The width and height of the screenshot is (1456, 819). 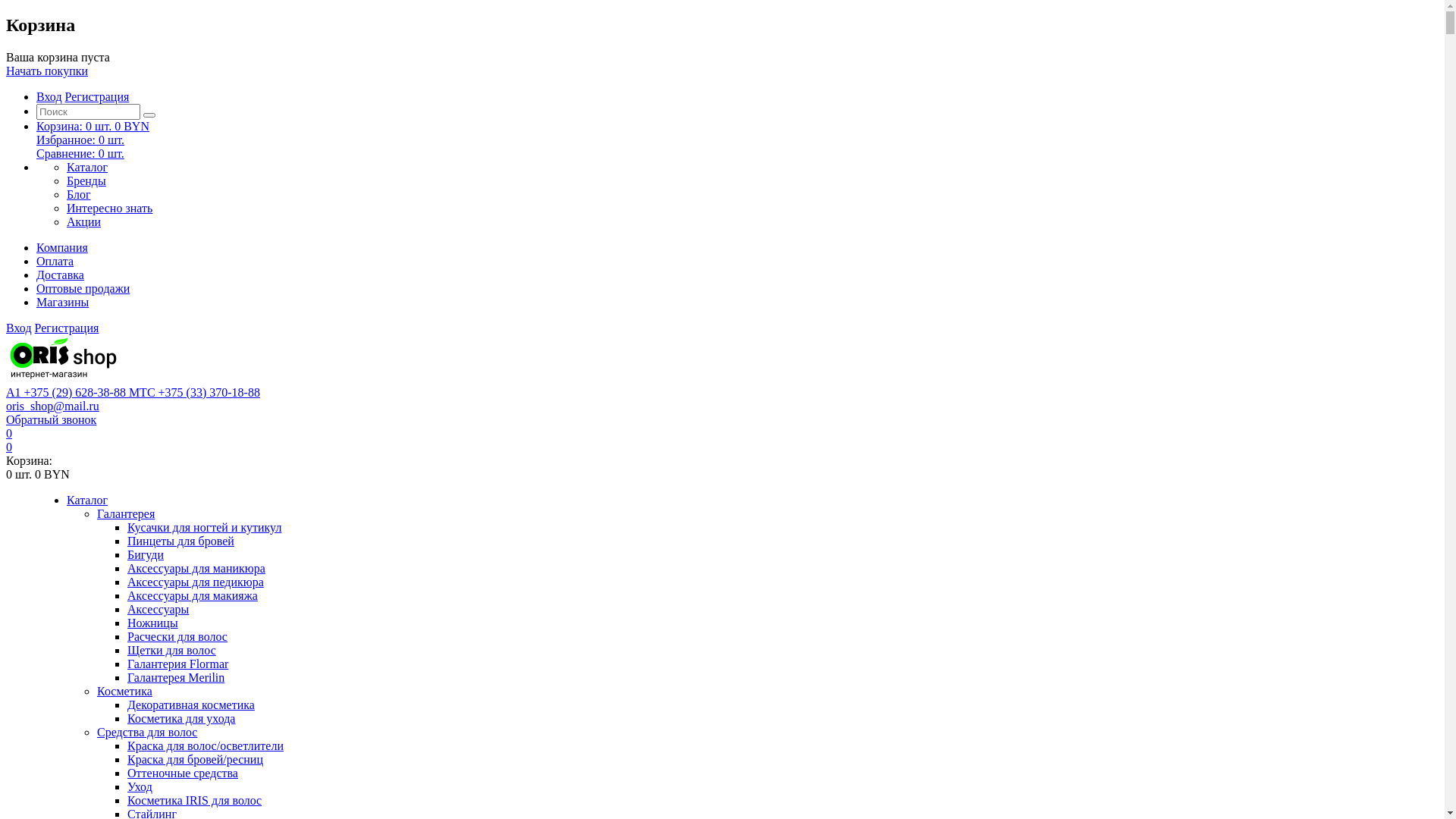 I want to click on '0', so click(x=9, y=446).